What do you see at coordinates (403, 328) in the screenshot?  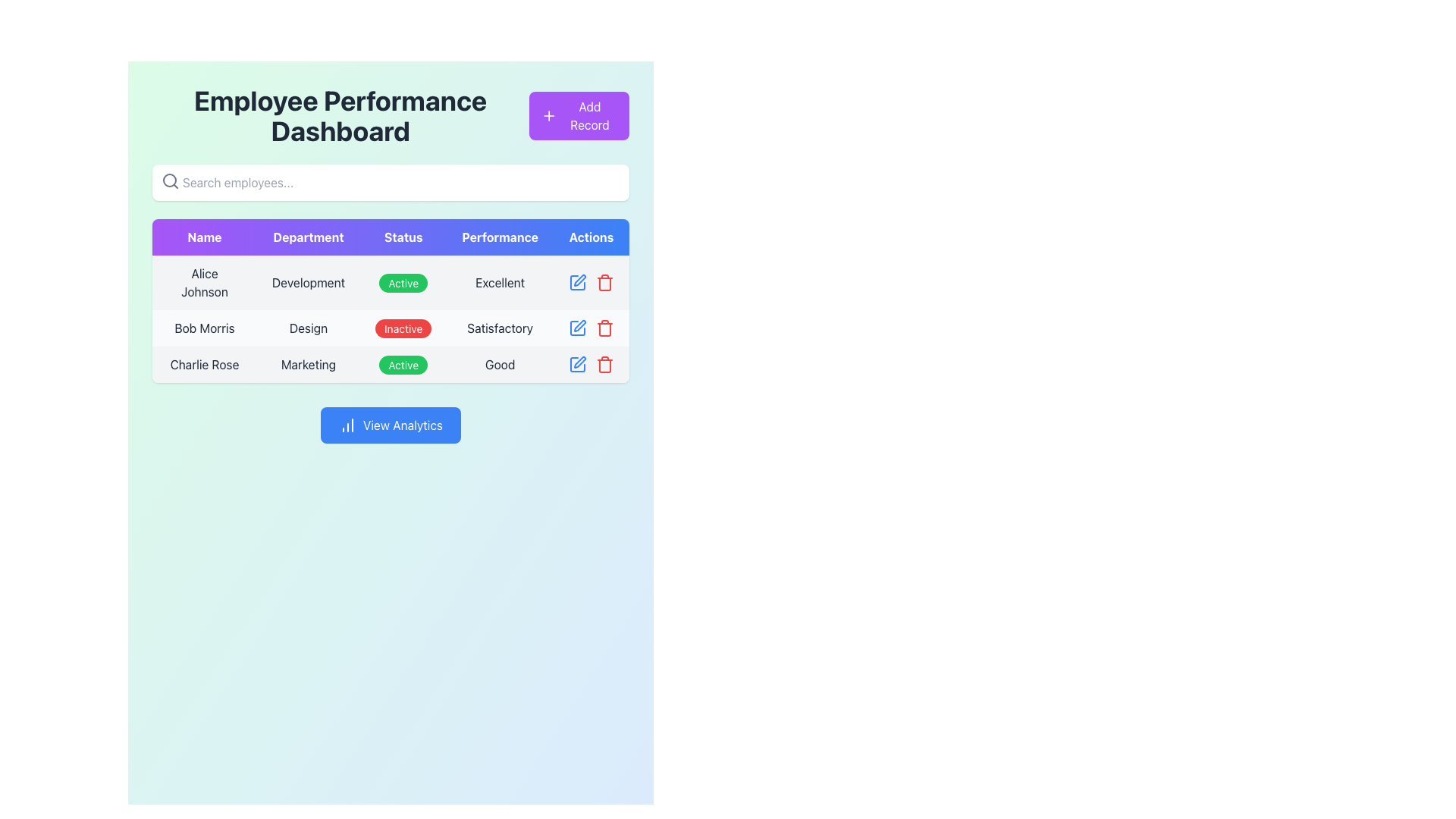 I see `the 'Inactive' Status Badge for the 'Bob Morris' entry in the second row of the table` at bounding box center [403, 328].